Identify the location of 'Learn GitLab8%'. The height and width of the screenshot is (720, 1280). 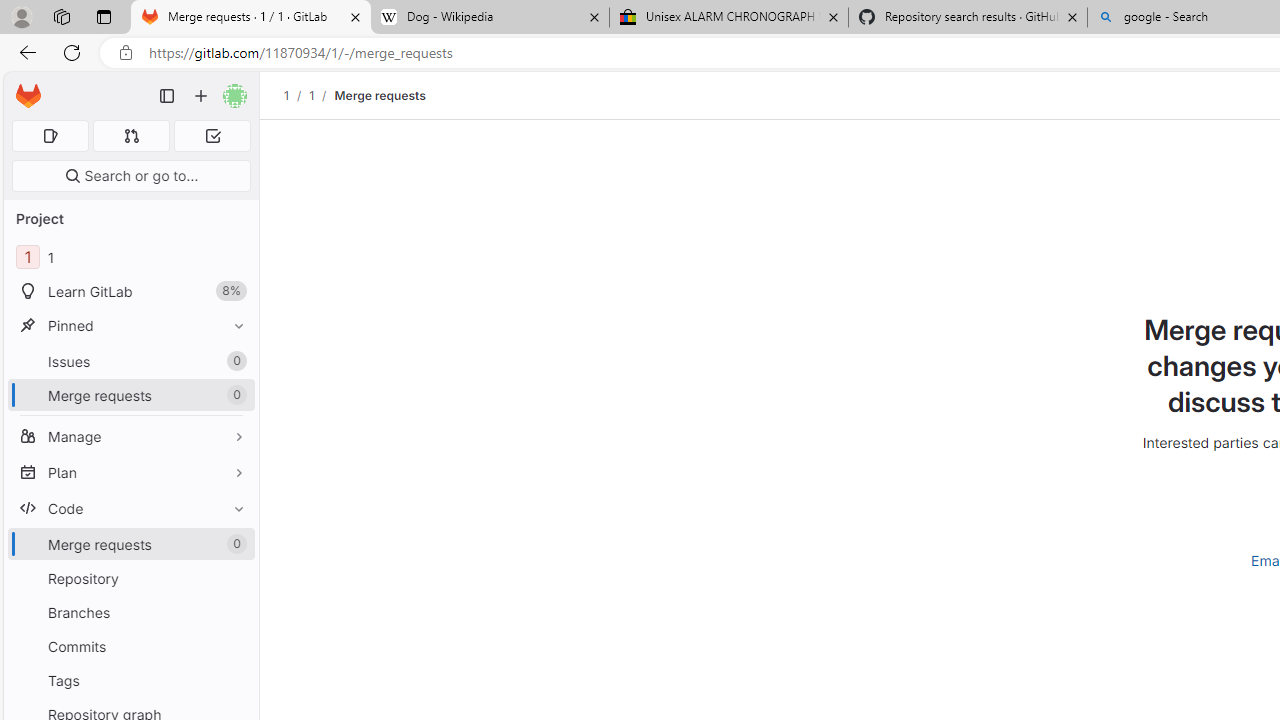
(130, 291).